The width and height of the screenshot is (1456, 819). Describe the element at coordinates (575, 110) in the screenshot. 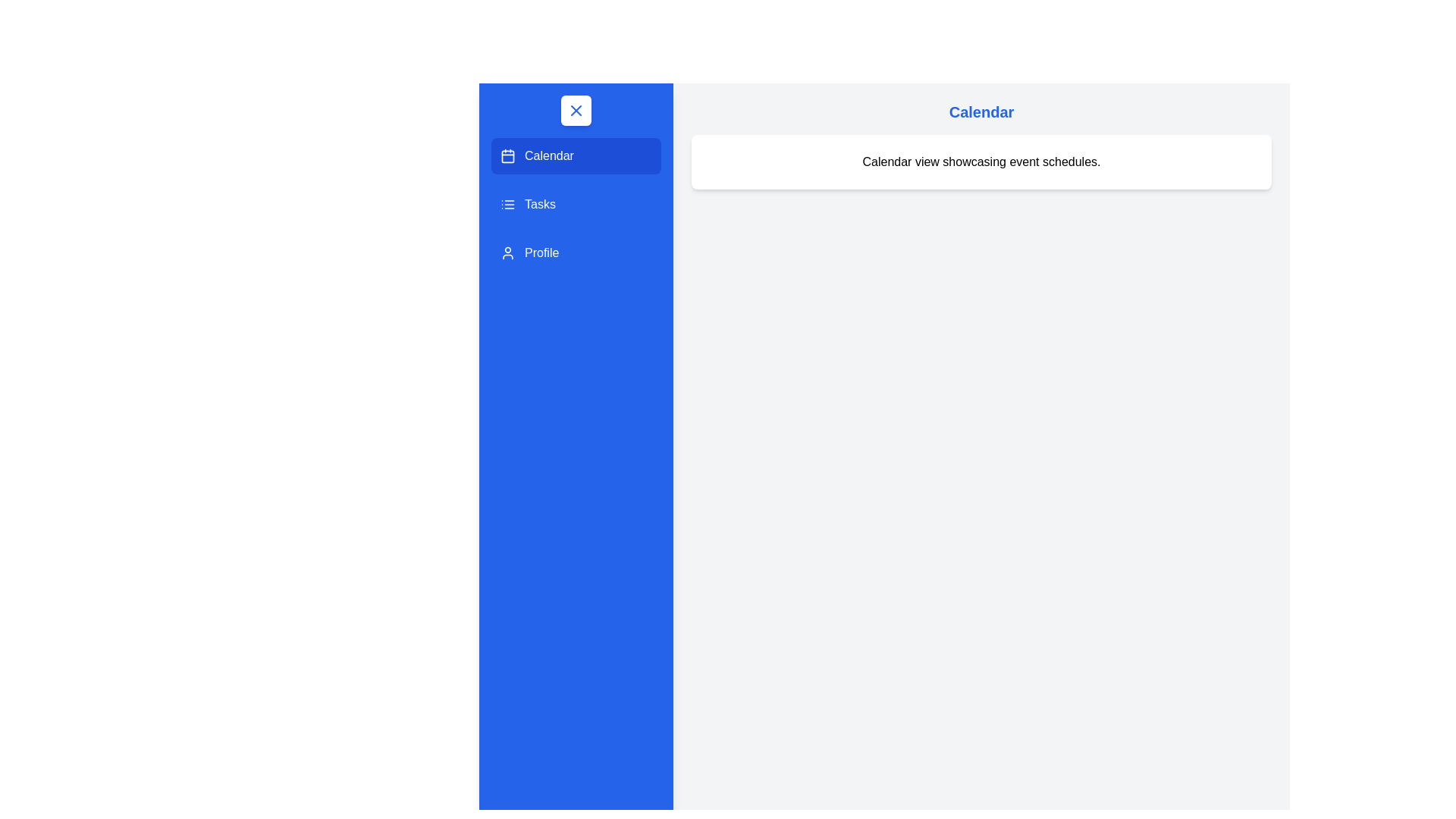

I see `the toggle button to close the drawer` at that location.